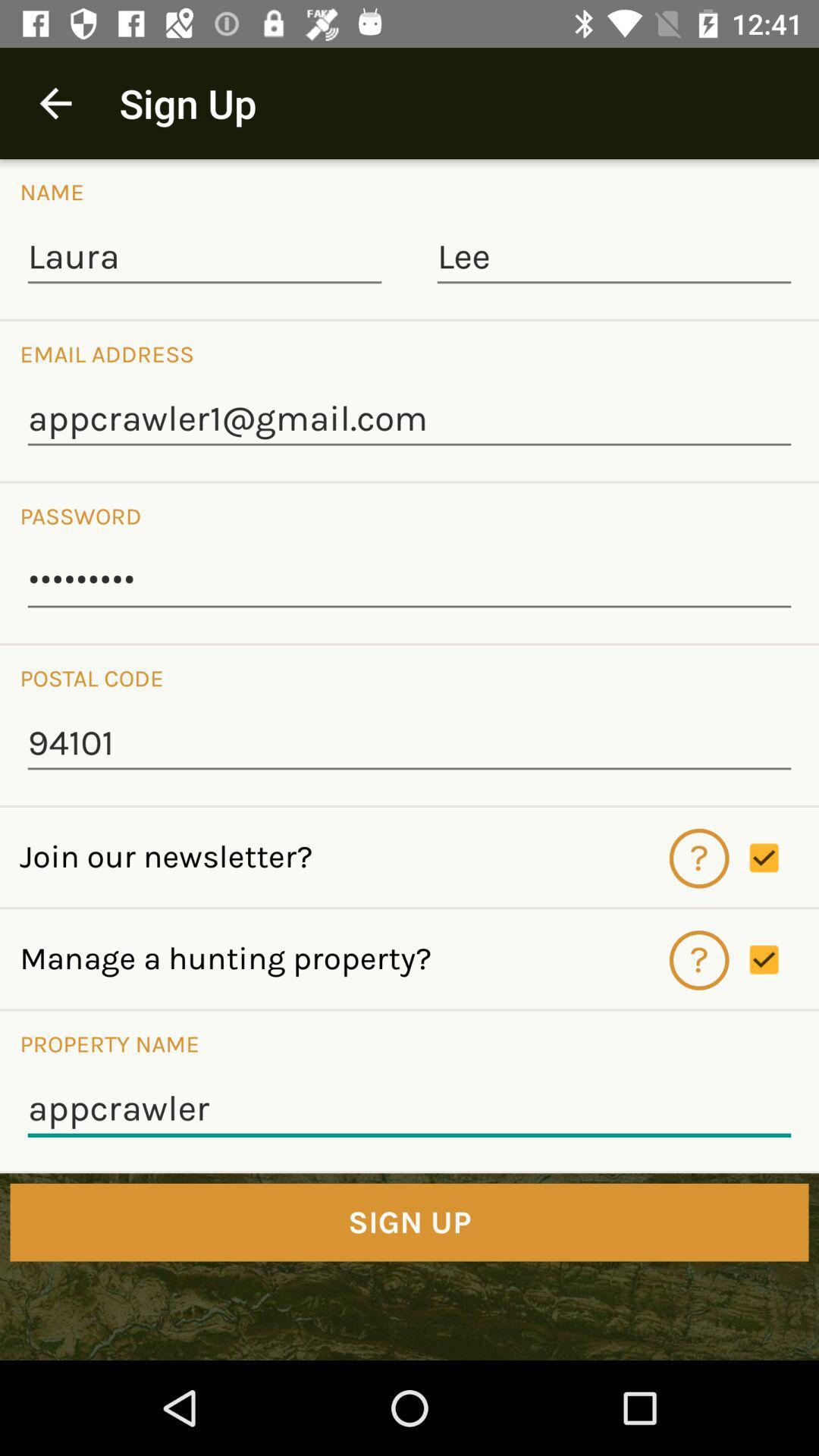 The width and height of the screenshot is (819, 1456). What do you see at coordinates (783, 858) in the screenshot?
I see `check whether to join newsletter` at bounding box center [783, 858].